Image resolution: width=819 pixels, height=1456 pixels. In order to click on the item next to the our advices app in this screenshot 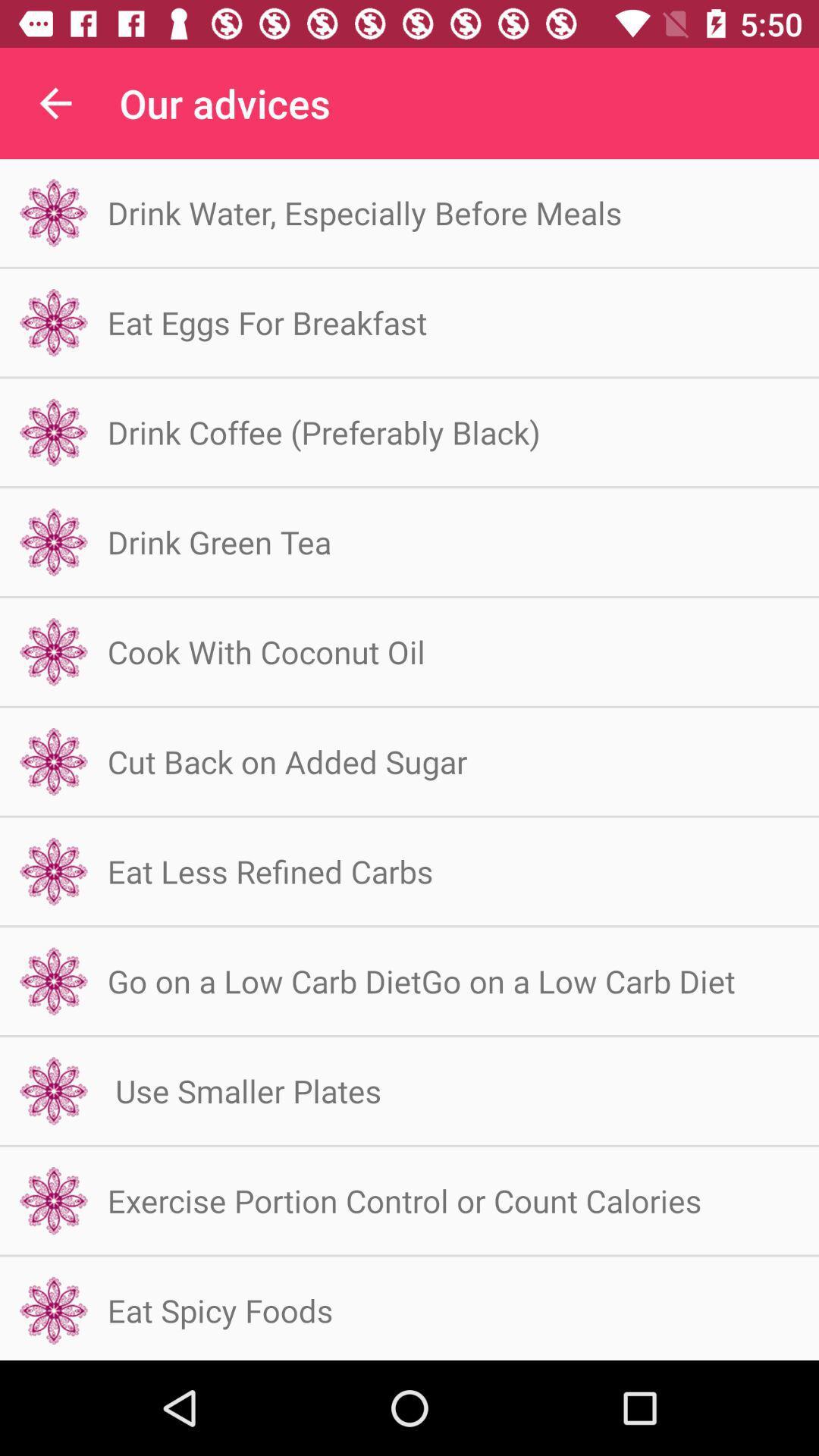, I will do `click(55, 102)`.